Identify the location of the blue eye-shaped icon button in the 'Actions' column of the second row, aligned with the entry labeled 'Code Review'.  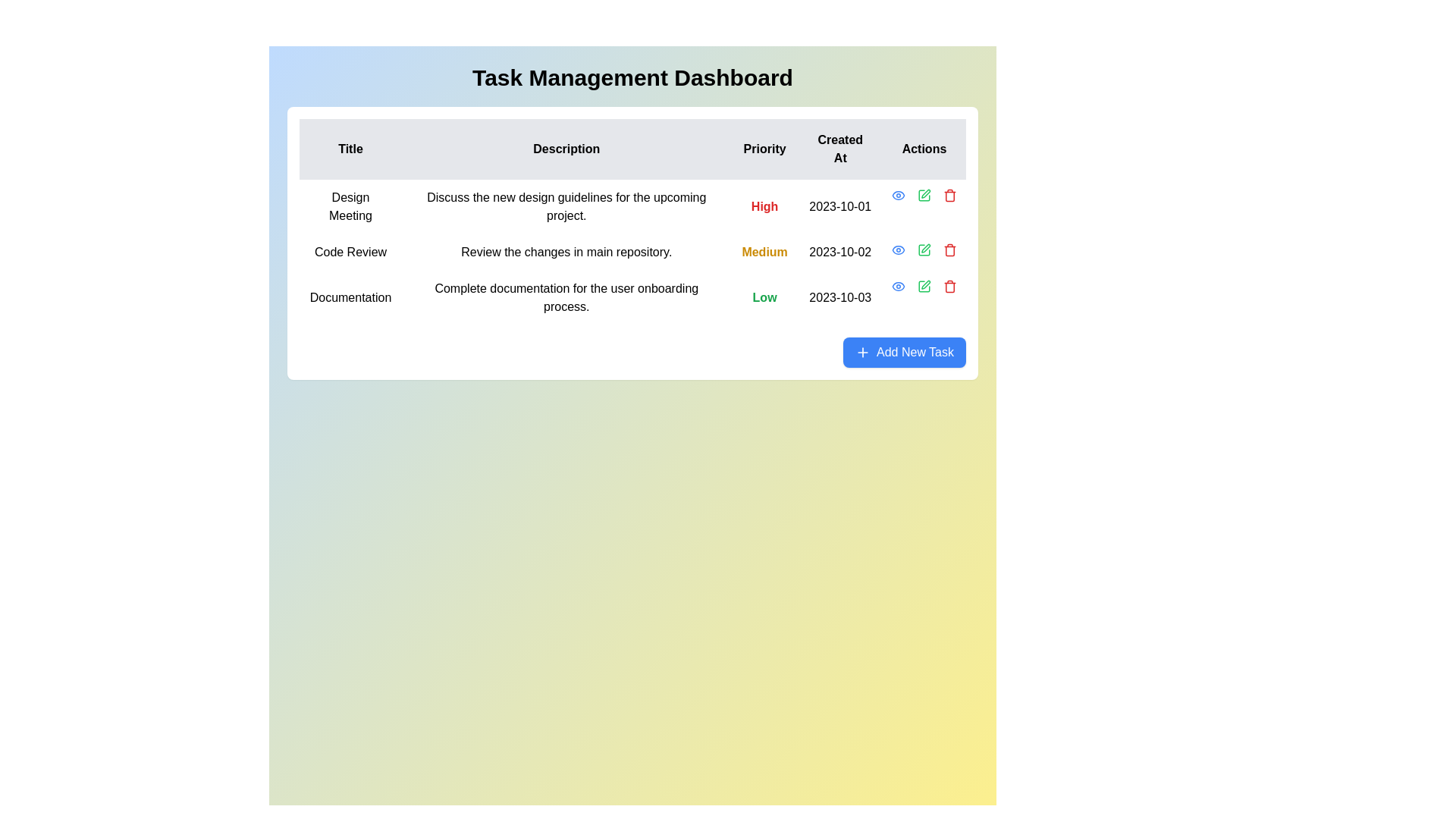
(899, 195).